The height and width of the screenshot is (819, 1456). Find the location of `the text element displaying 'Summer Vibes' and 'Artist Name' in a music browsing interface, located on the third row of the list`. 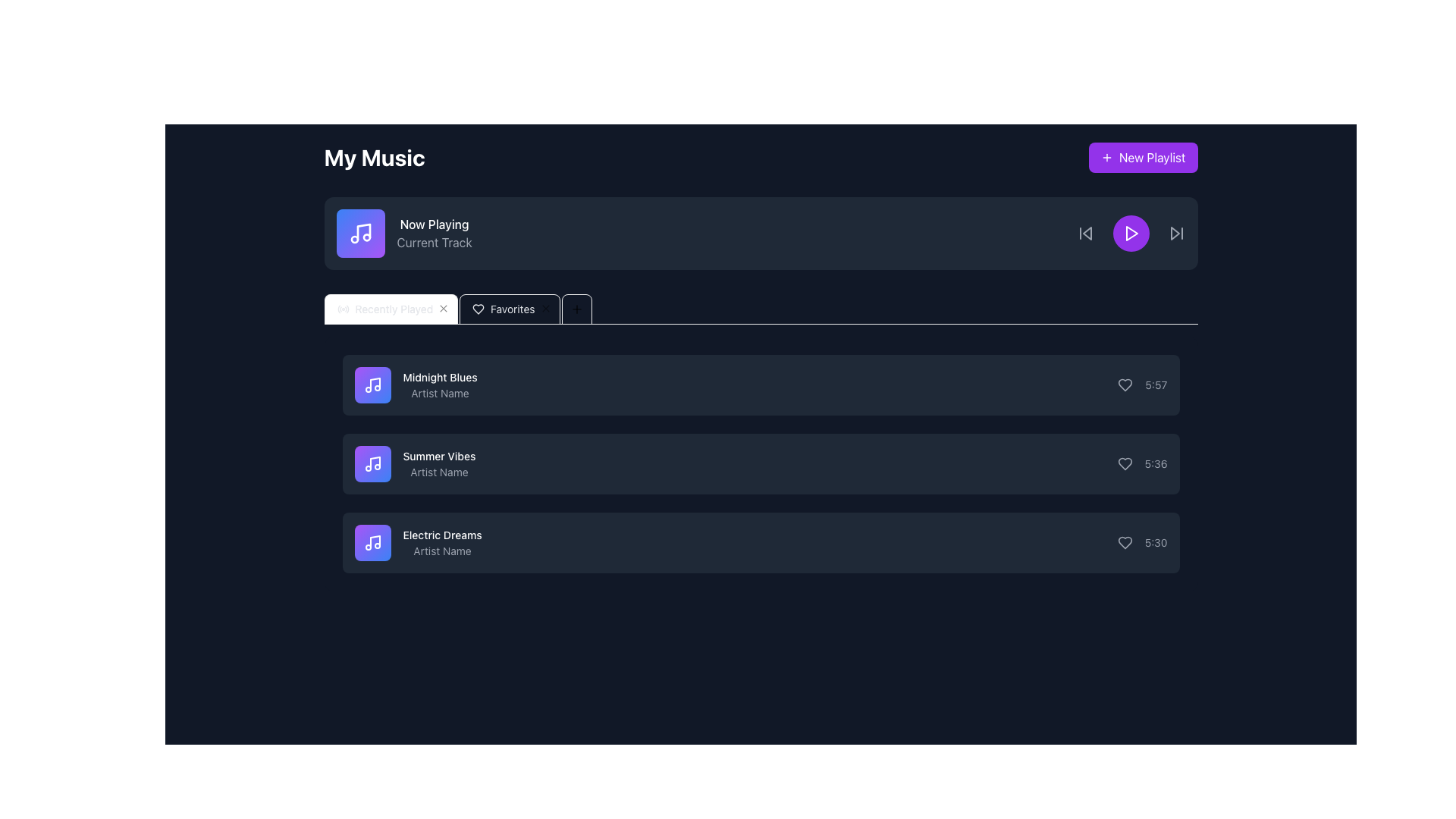

the text element displaying 'Summer Vibes' and 'Artist Name' in a music browsing interface, located on the third row of the list is located at coordinates (438, 463).